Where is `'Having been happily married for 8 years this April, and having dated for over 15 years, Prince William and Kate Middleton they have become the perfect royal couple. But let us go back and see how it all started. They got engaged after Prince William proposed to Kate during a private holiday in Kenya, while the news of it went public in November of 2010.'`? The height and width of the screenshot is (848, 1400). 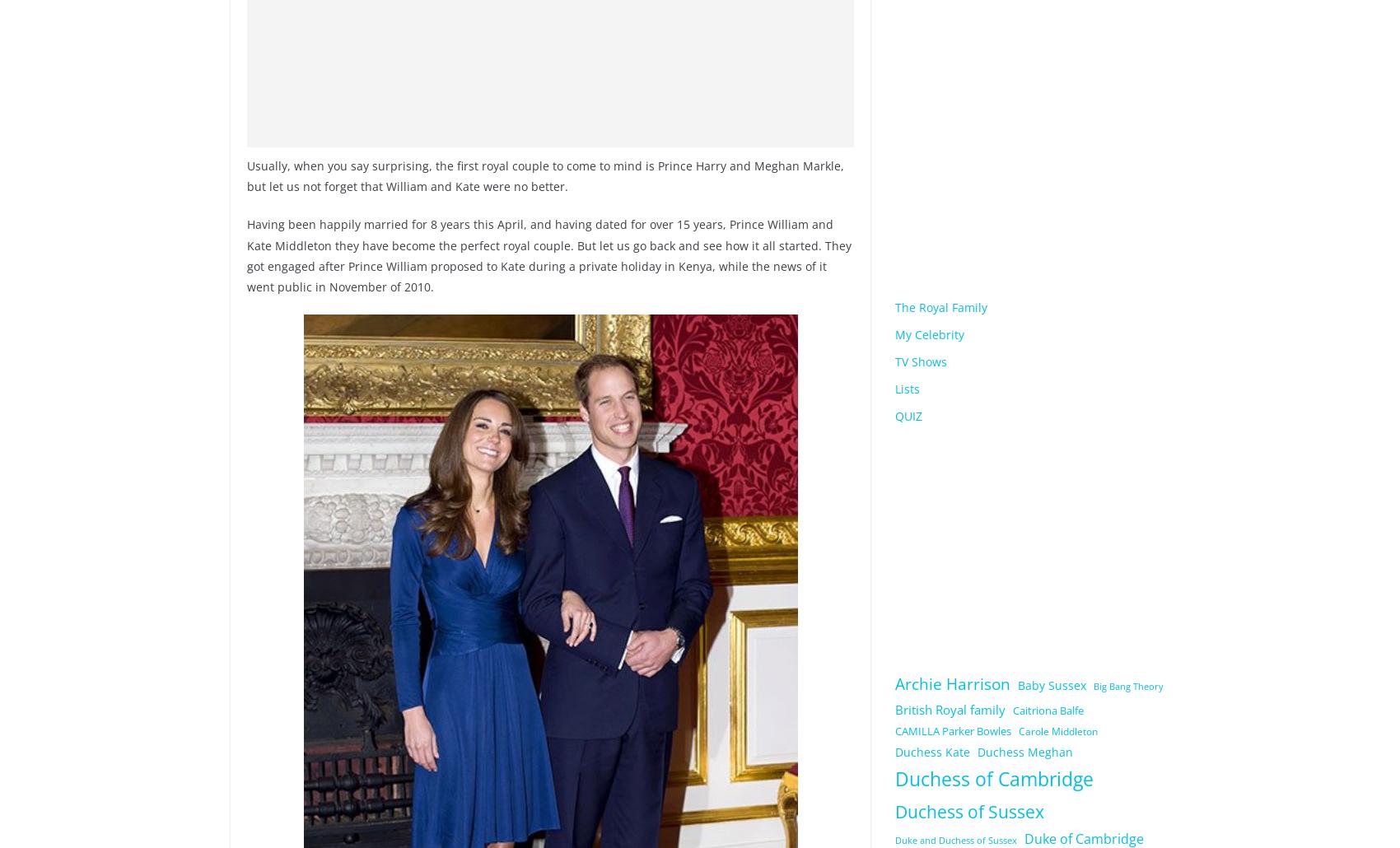
'Having been happily married for 8 years this April, and having dated for over 15 years, Prince William and Kate Middleton they have become the perfect royal couple. But let us go back and see how it all started. They got engaged after Prince William proposed to Kate during a private holiday in Kenya, while the news of it went public in November of 2010.' is located at coordinates (247, 254).